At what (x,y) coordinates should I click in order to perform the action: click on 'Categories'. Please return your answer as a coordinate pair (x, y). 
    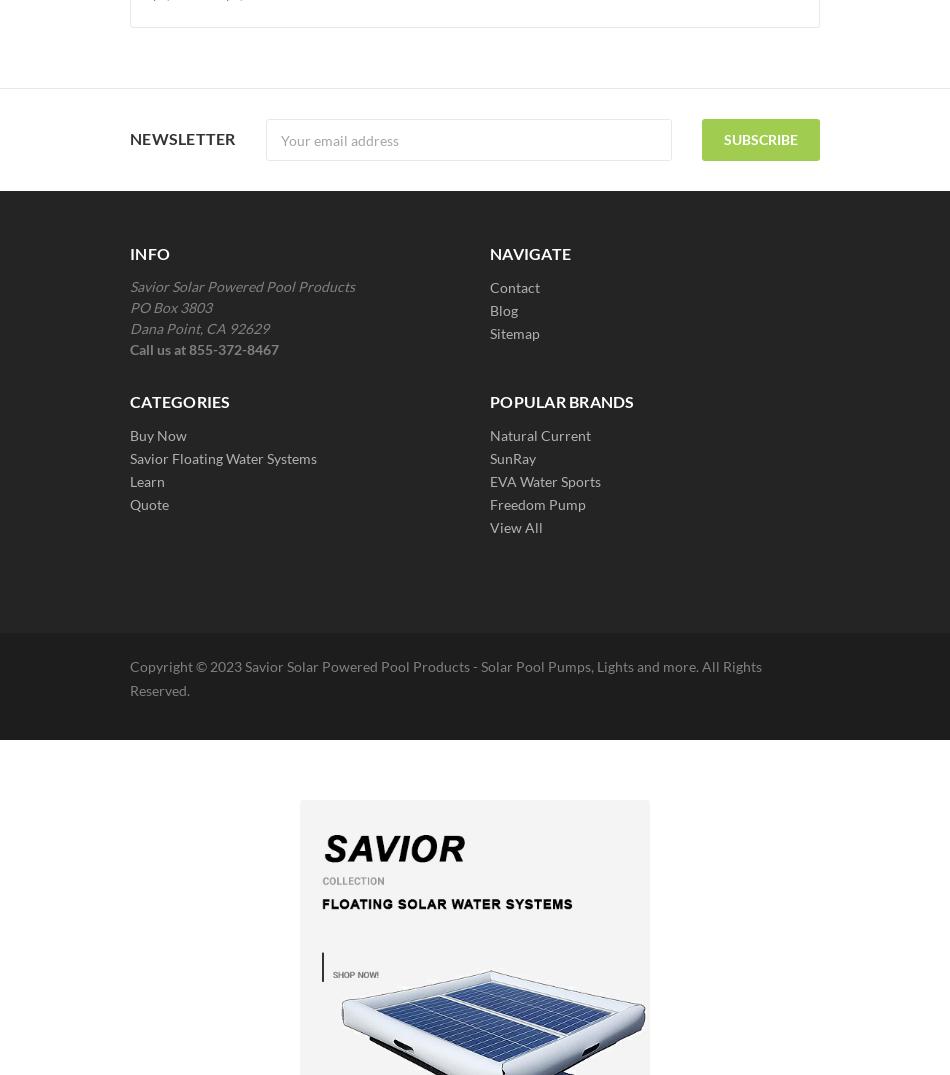
    Looking at the image, I should click on (180, 400).